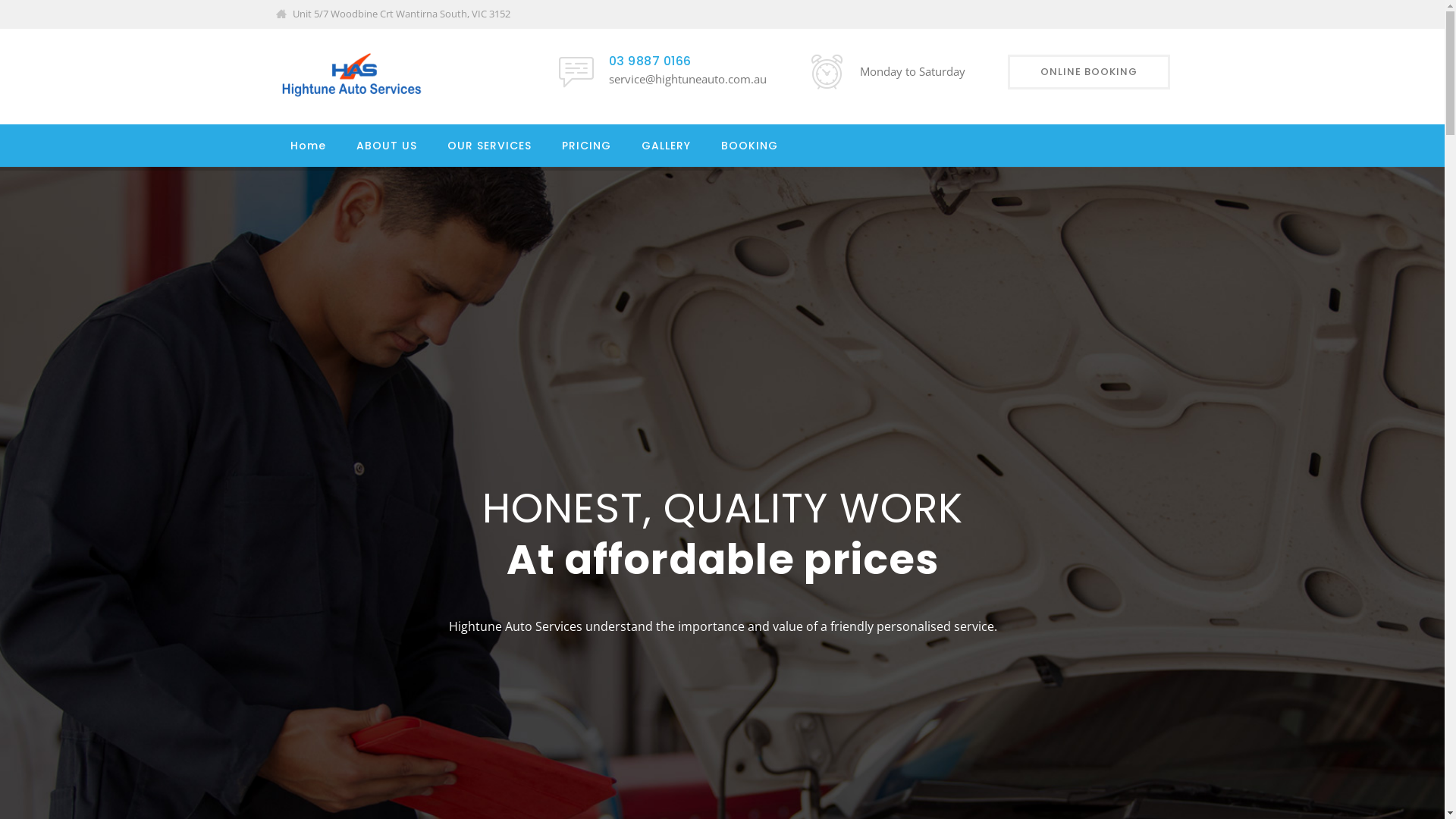  What do you see at coordinates (386, 146) in the screenshot?
I see `'ABOUT US'` at bounding box center [386, 146].